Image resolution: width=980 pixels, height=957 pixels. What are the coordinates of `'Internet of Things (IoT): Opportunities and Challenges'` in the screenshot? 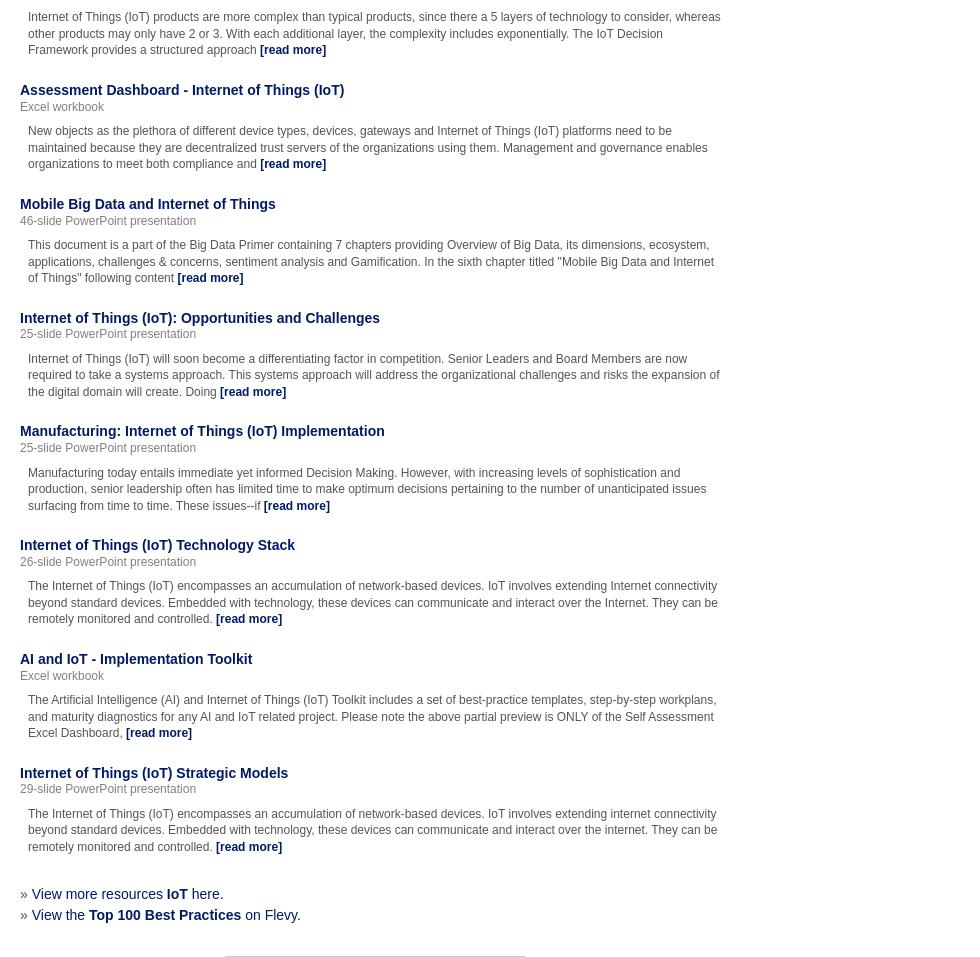 It's located at (200, 316).